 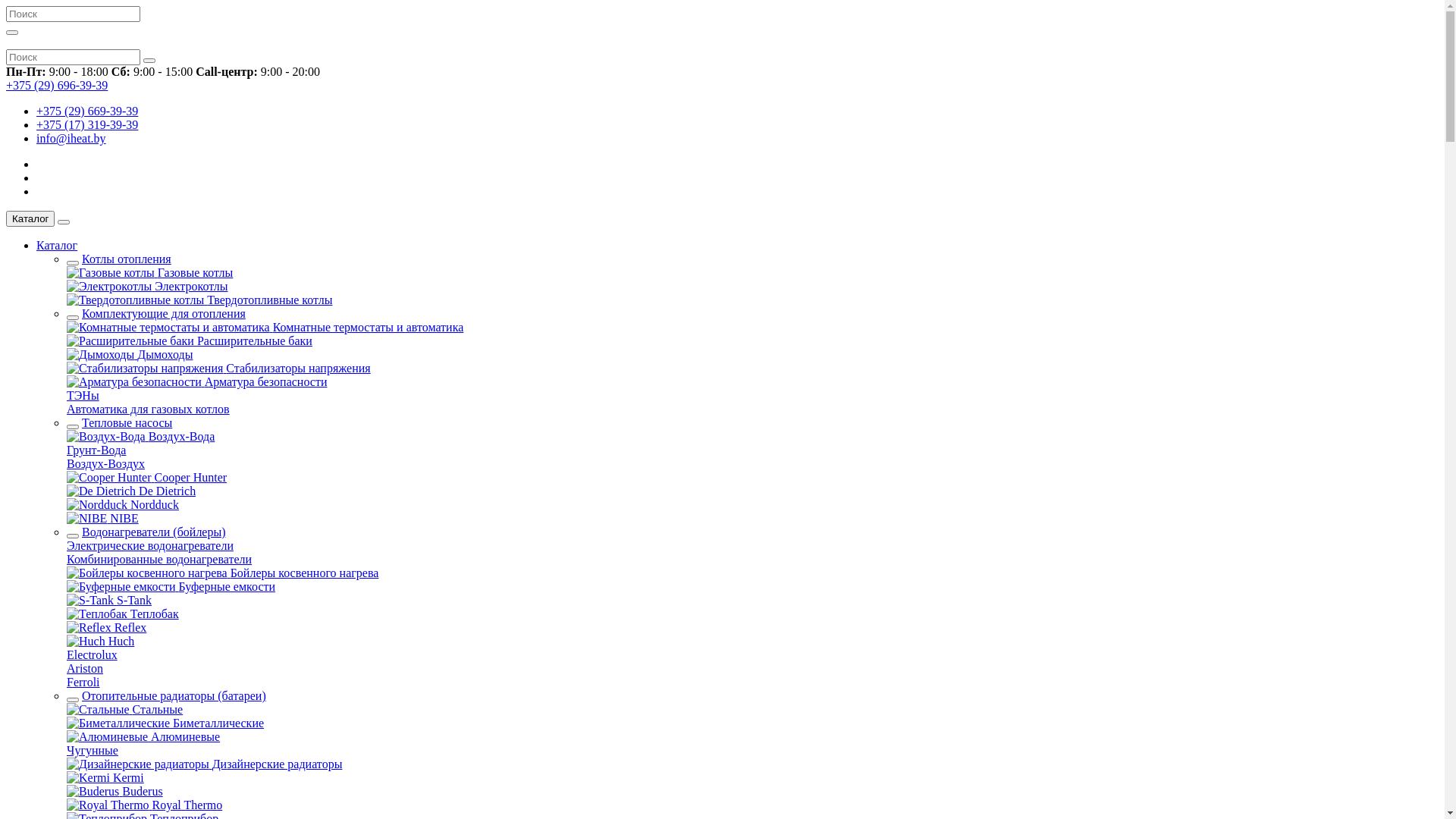 What do you see at coordinates (65, 667) in the screenshot?
I see `'Ariston'` at bounding box center [65, 667].